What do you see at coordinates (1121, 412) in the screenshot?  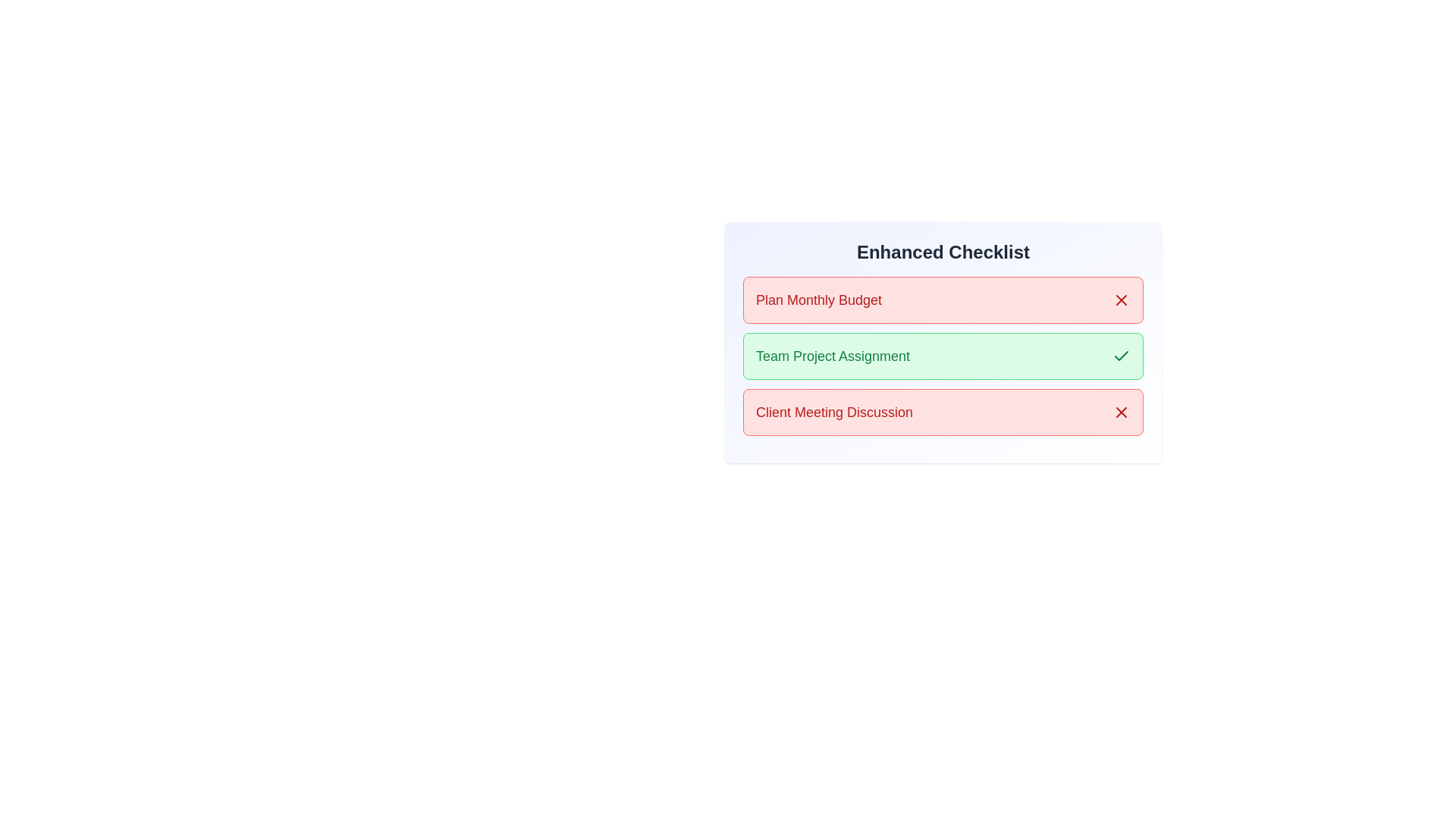 I see `the small red 'X' icon located on the far right of the 'Client Meeting Discussion' item for additional visual feedback` at bounding box center [1121, 412].